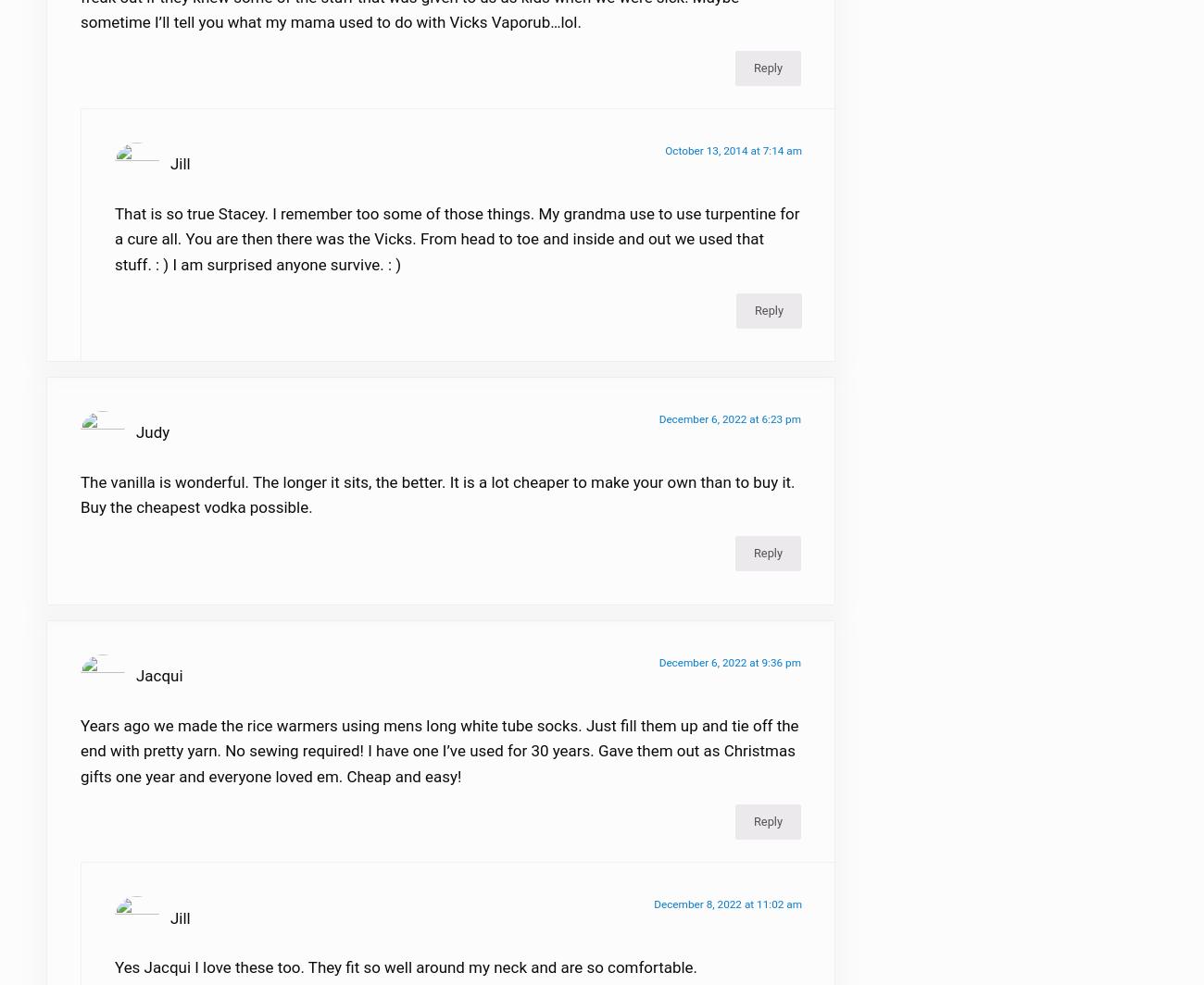 This screenshot has height=985, width=1204. Describe the element at coordinates (436, 505) in the screenshot. I see `'The vanilla is wonderful. The longer it sits, the better. It is a lot cheaper to make your own than to buy it. Buy the cheapest vodka possible.'` at that location.